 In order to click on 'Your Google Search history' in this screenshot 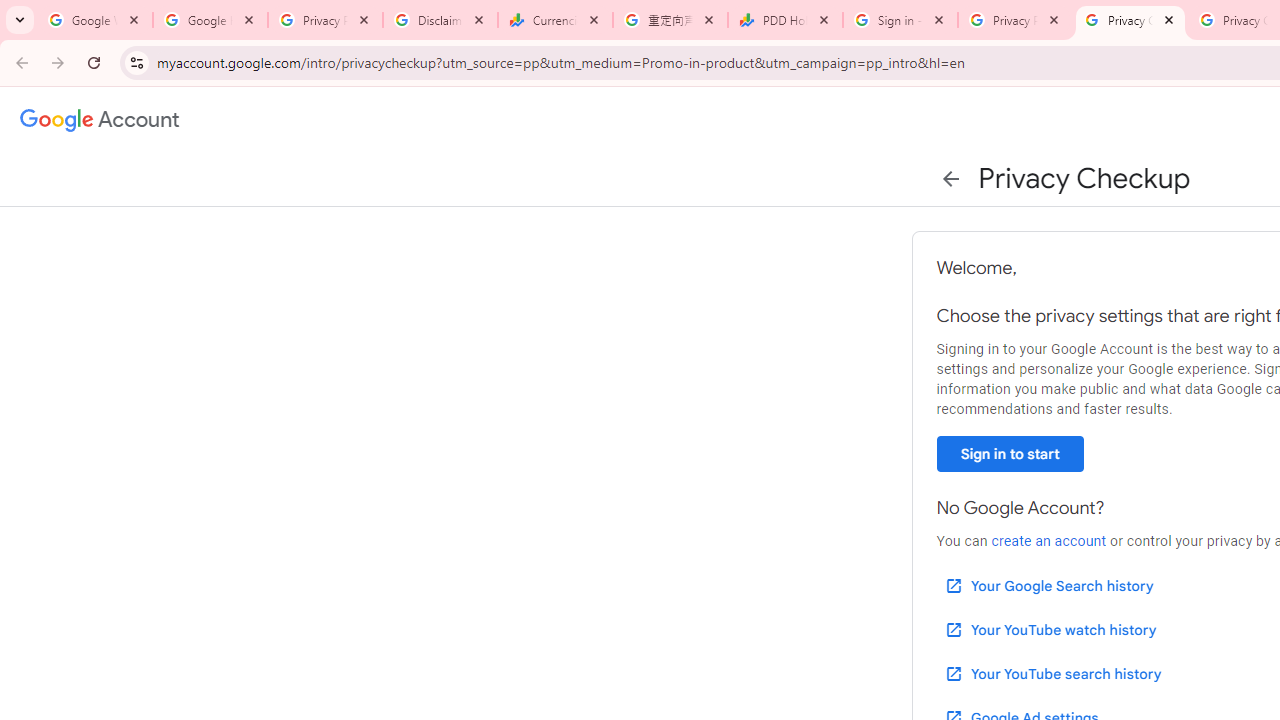, I will do `click(1047, 585)`.